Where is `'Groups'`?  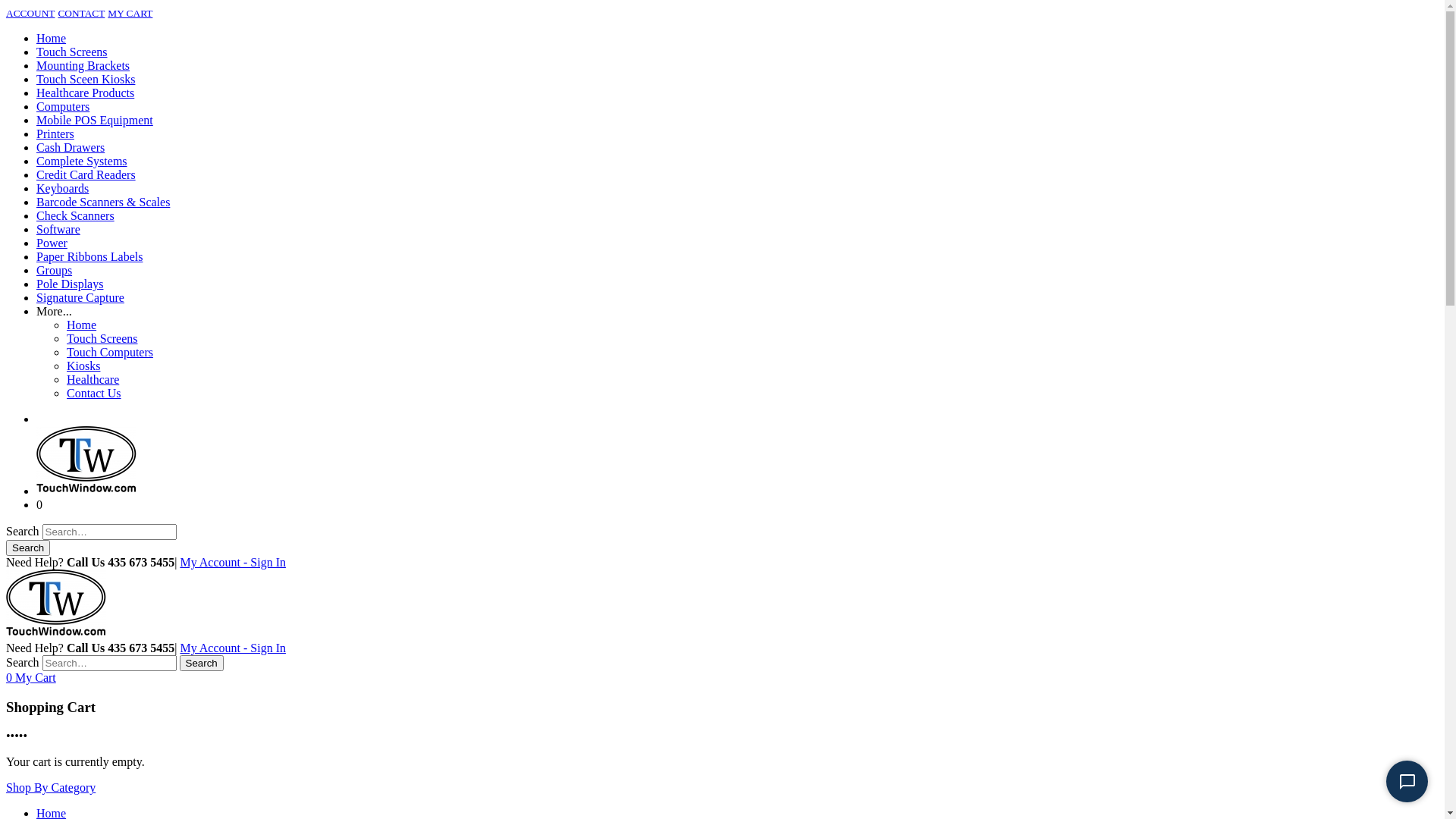
'Groups' is located at coordinates (54, 269).